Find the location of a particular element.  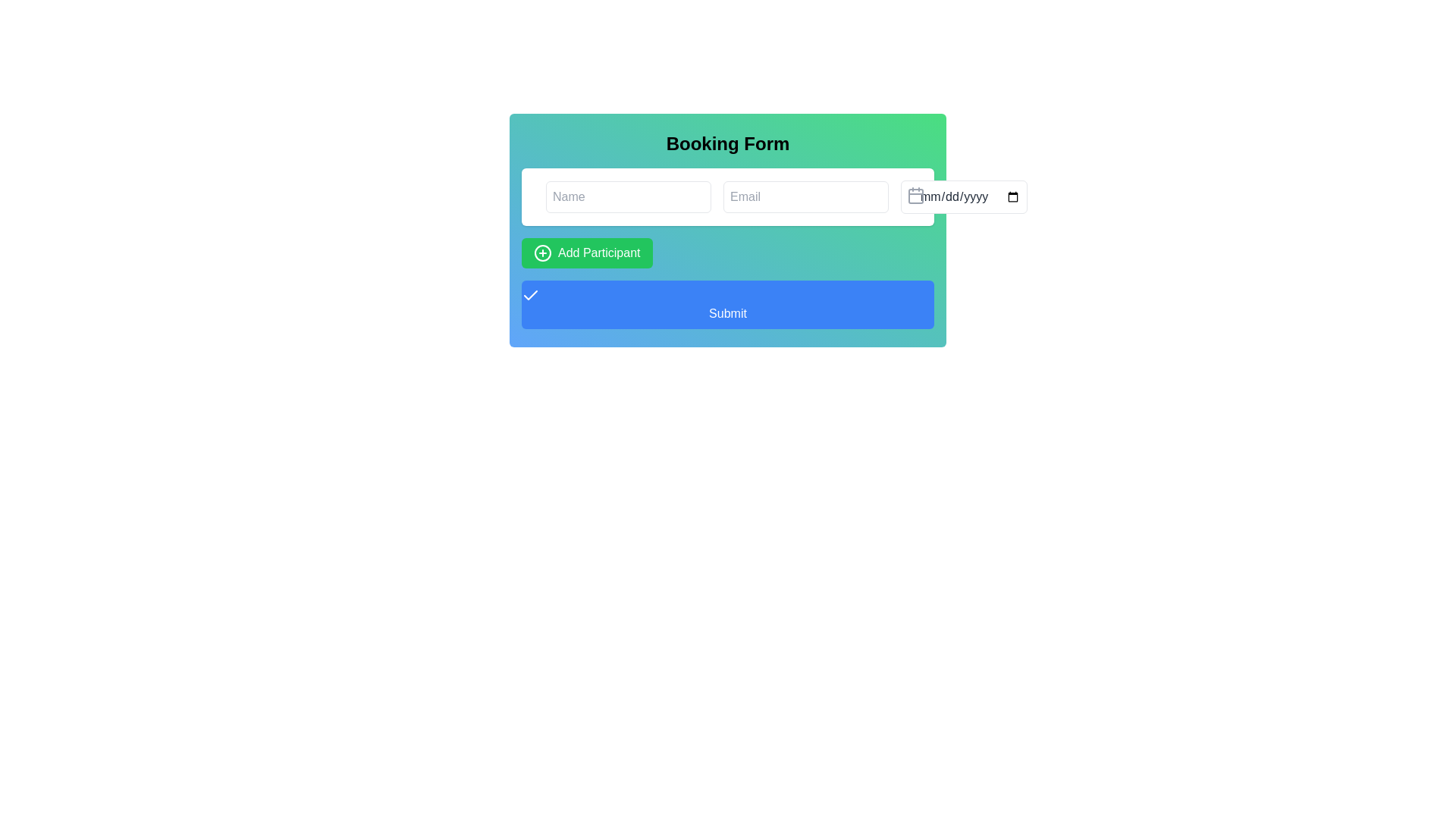

the small rectangle with rounded corners inside the calendar icon, which is part of the date-picking functionality in the booking form interface is located at coordinates (915, 195).